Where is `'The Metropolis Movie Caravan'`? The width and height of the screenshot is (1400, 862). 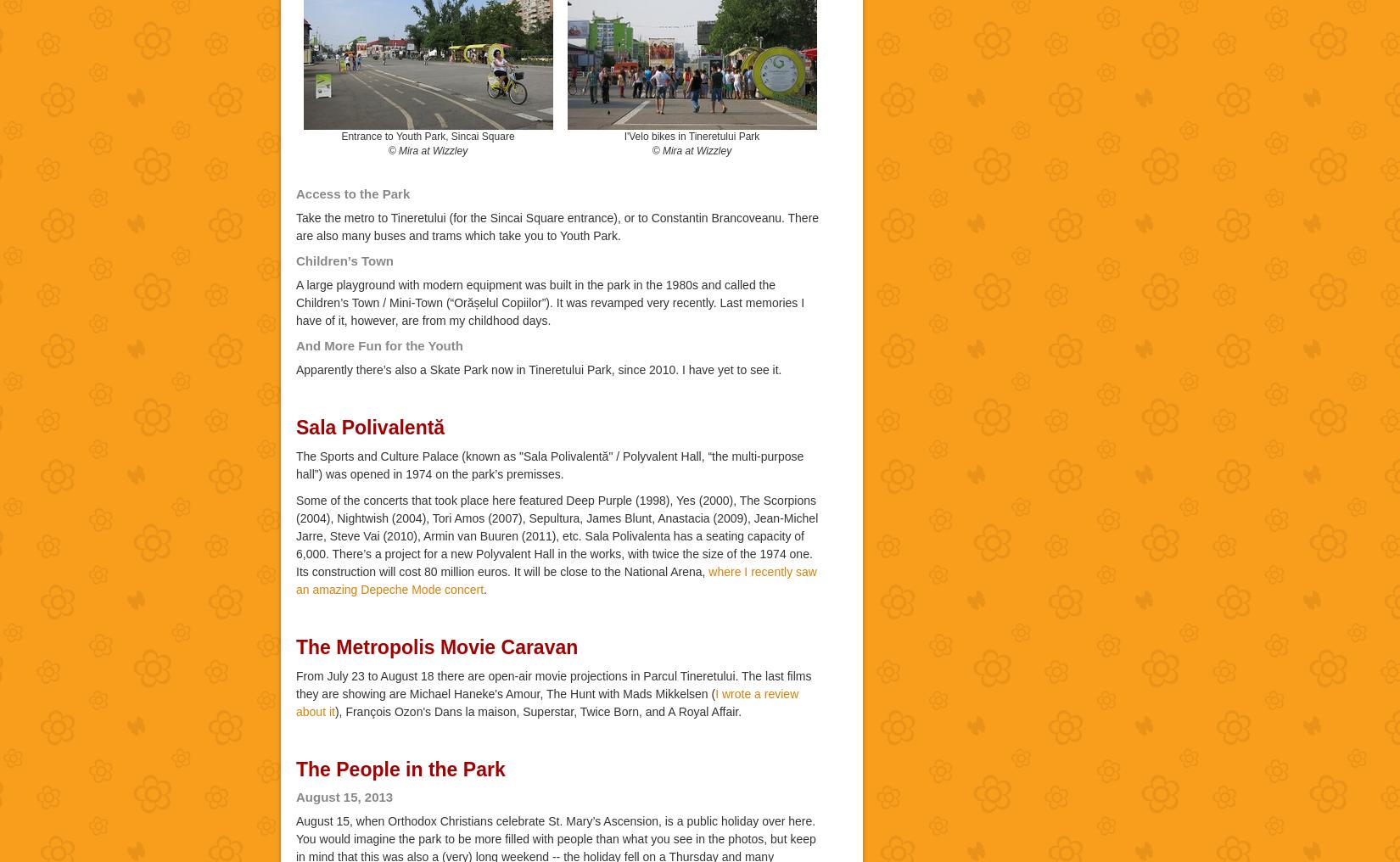 'The Metropolis Movie Caravan' is located at coordinates (435, 646).